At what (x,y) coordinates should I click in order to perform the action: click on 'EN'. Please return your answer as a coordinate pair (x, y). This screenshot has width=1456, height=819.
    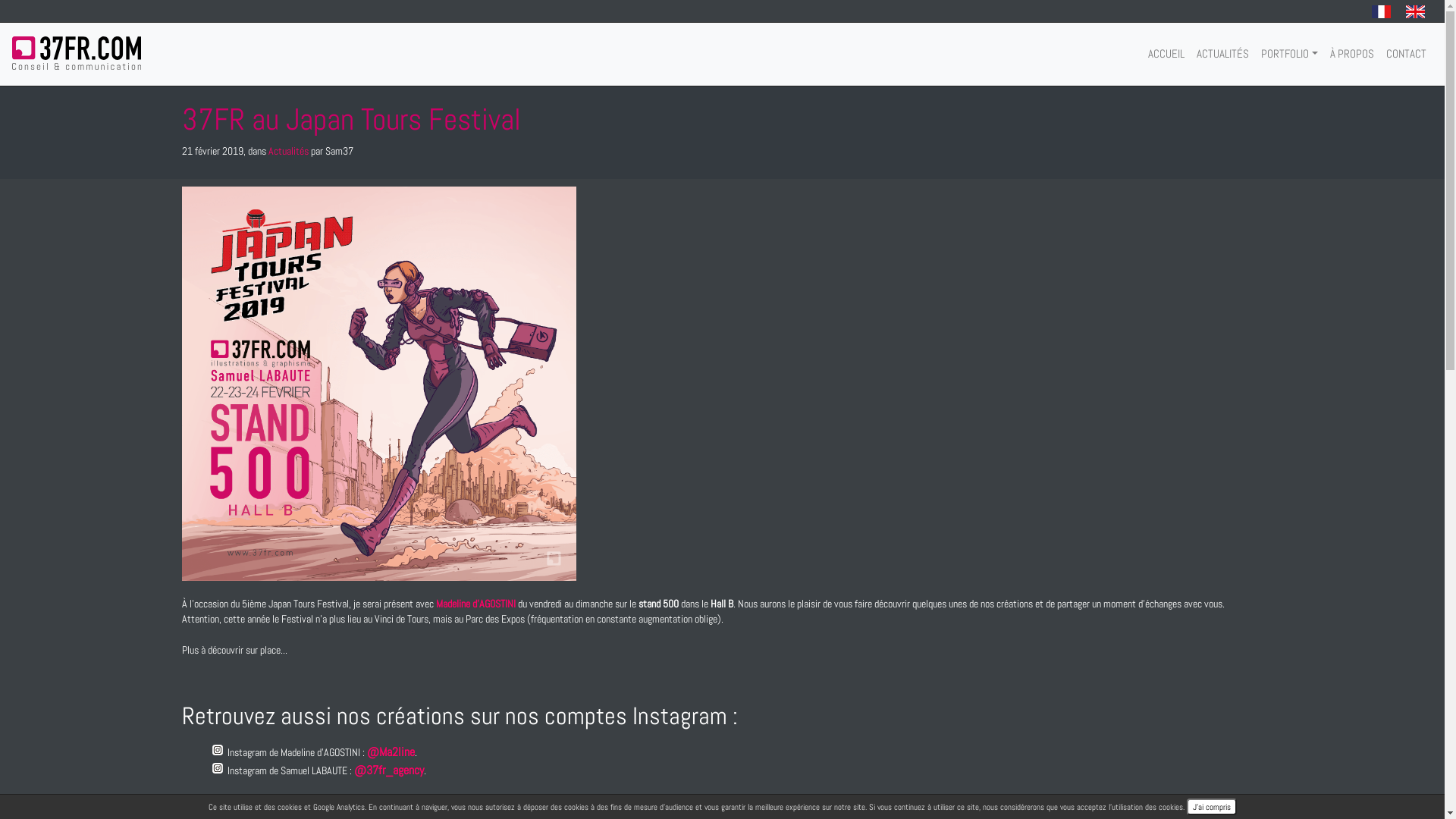
    Looking at the image, I should click on (1414, 11).